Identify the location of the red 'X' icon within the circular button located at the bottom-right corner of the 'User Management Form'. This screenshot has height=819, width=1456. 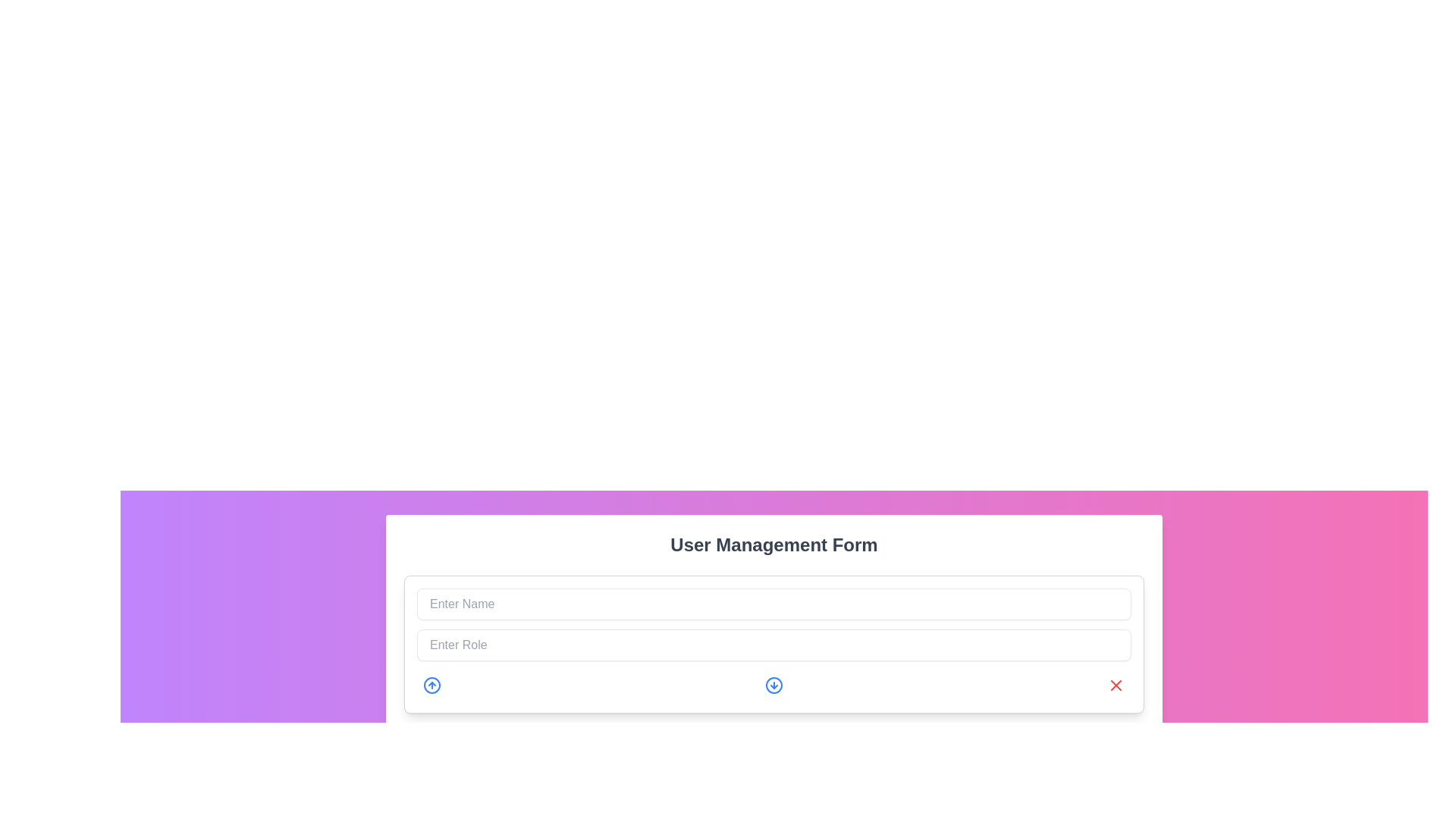
(1116, 685).